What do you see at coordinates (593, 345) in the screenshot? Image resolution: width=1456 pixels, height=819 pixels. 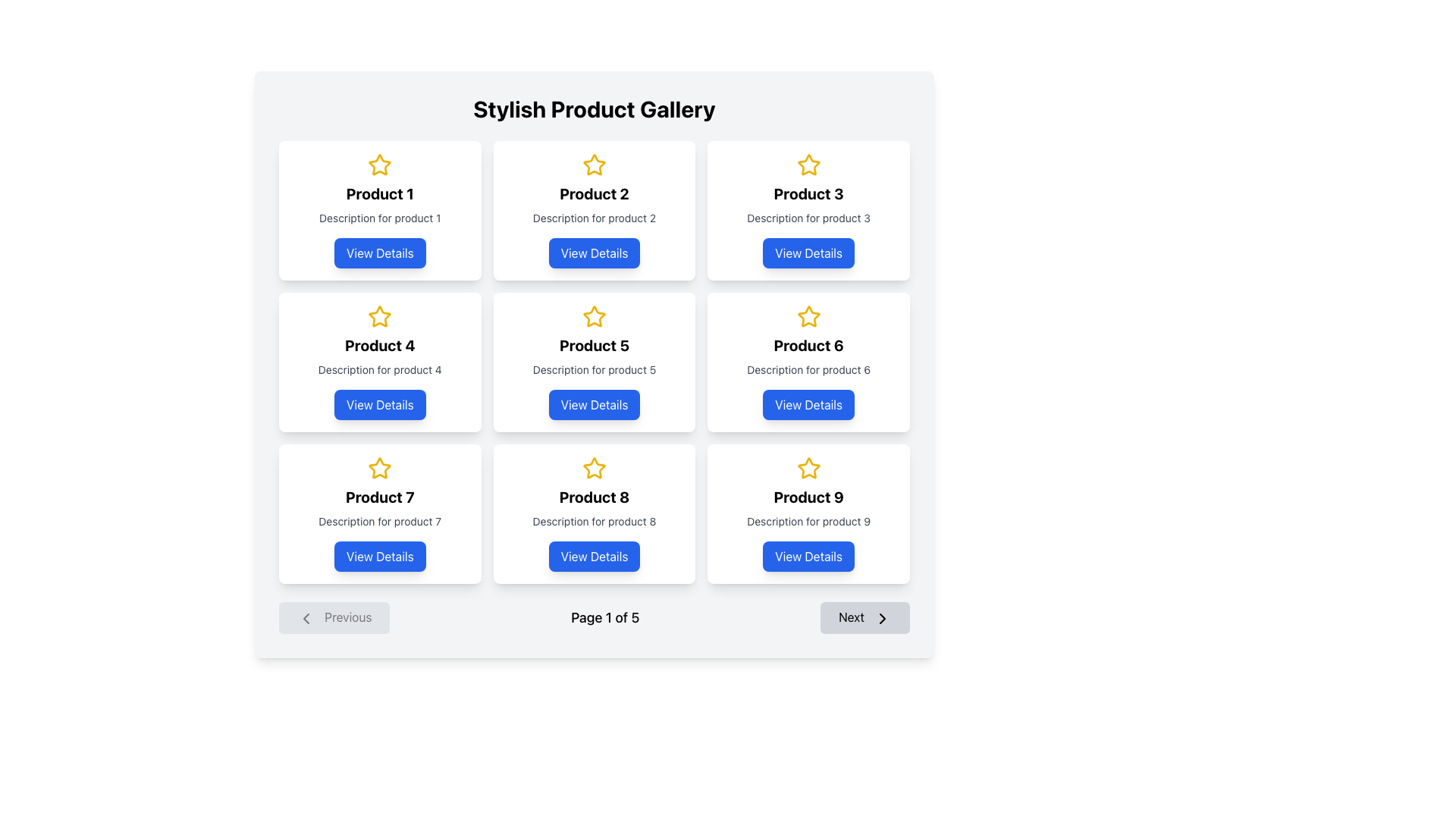 I see `product label located centrally within the second row's middle card in the product gallery interface for identification` at bounding box center [593, 345].